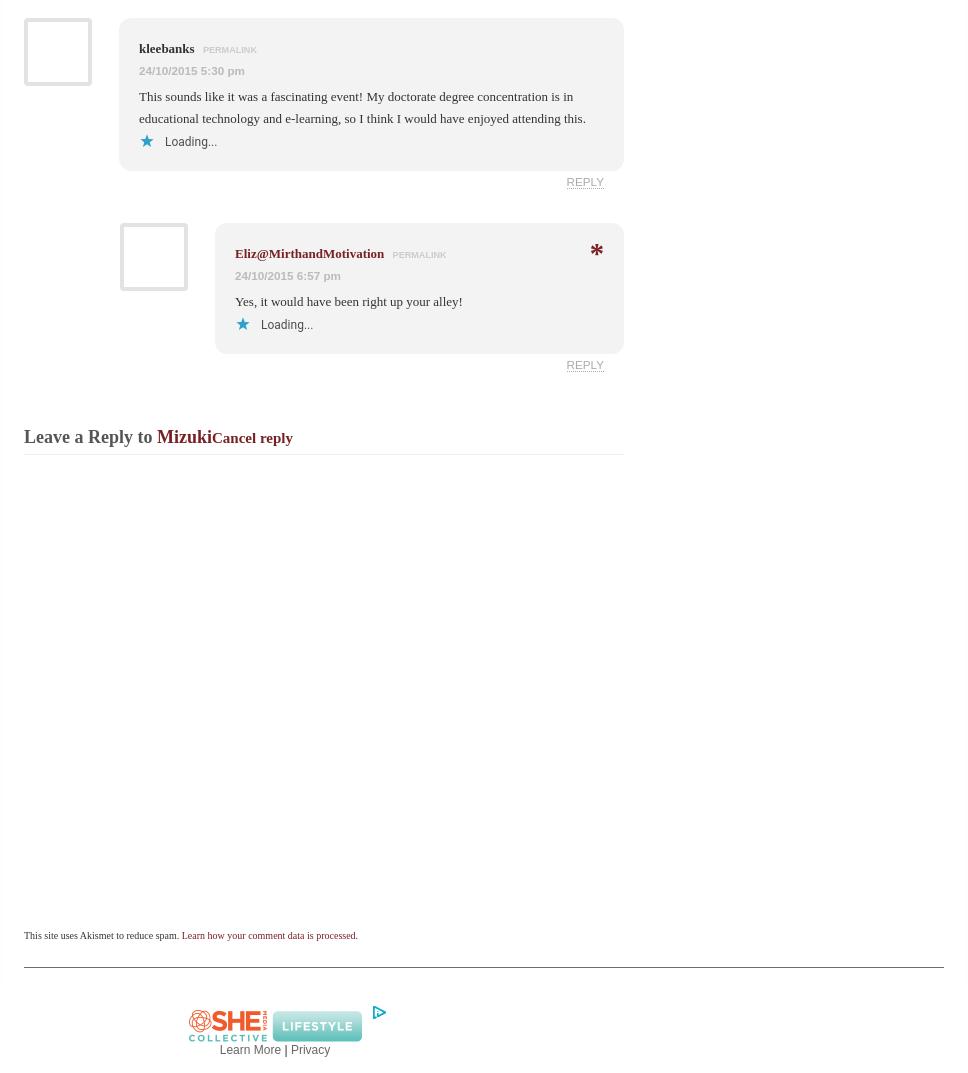 The image size is (968, 1073). I want to click on 'Leave a Reply to', so click(90, 435).